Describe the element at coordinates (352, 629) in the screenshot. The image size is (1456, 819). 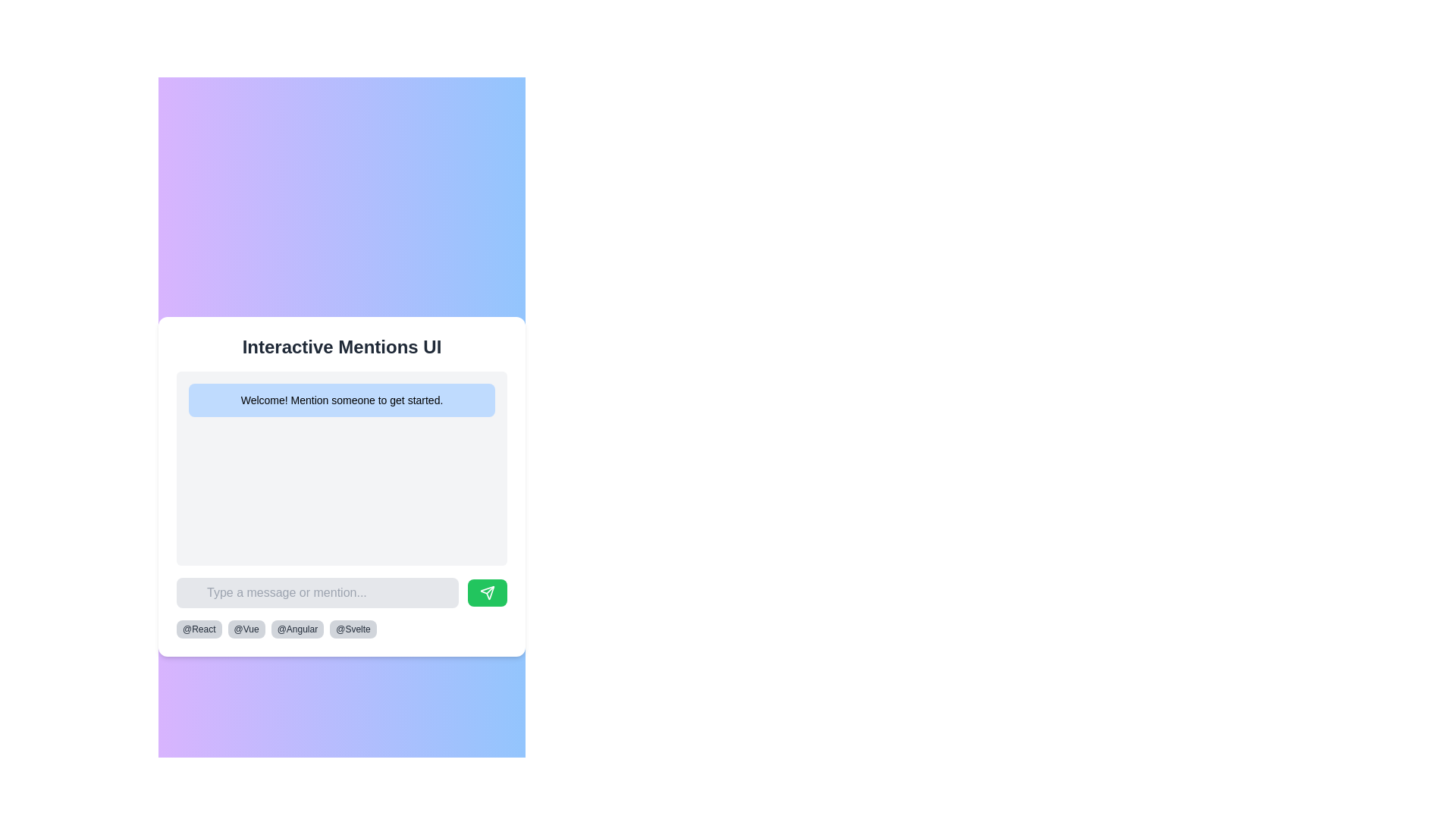
I see `the '@Svelte' label` at that location.